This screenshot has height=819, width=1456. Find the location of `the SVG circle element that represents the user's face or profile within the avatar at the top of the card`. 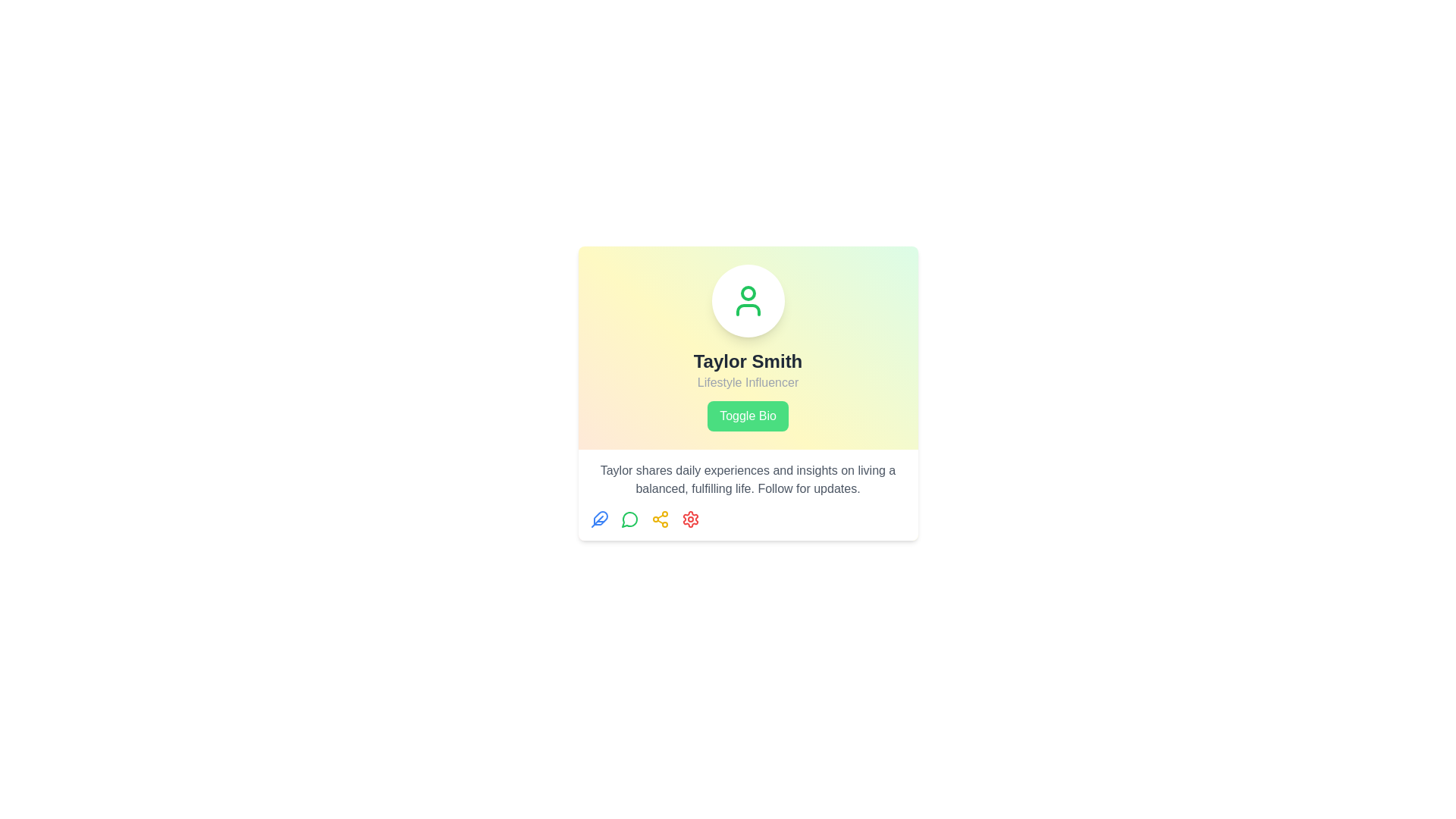

the SVG circle element that represents the user's face or profile within the avatar at the top of the card is located at coordinates (748, 293).